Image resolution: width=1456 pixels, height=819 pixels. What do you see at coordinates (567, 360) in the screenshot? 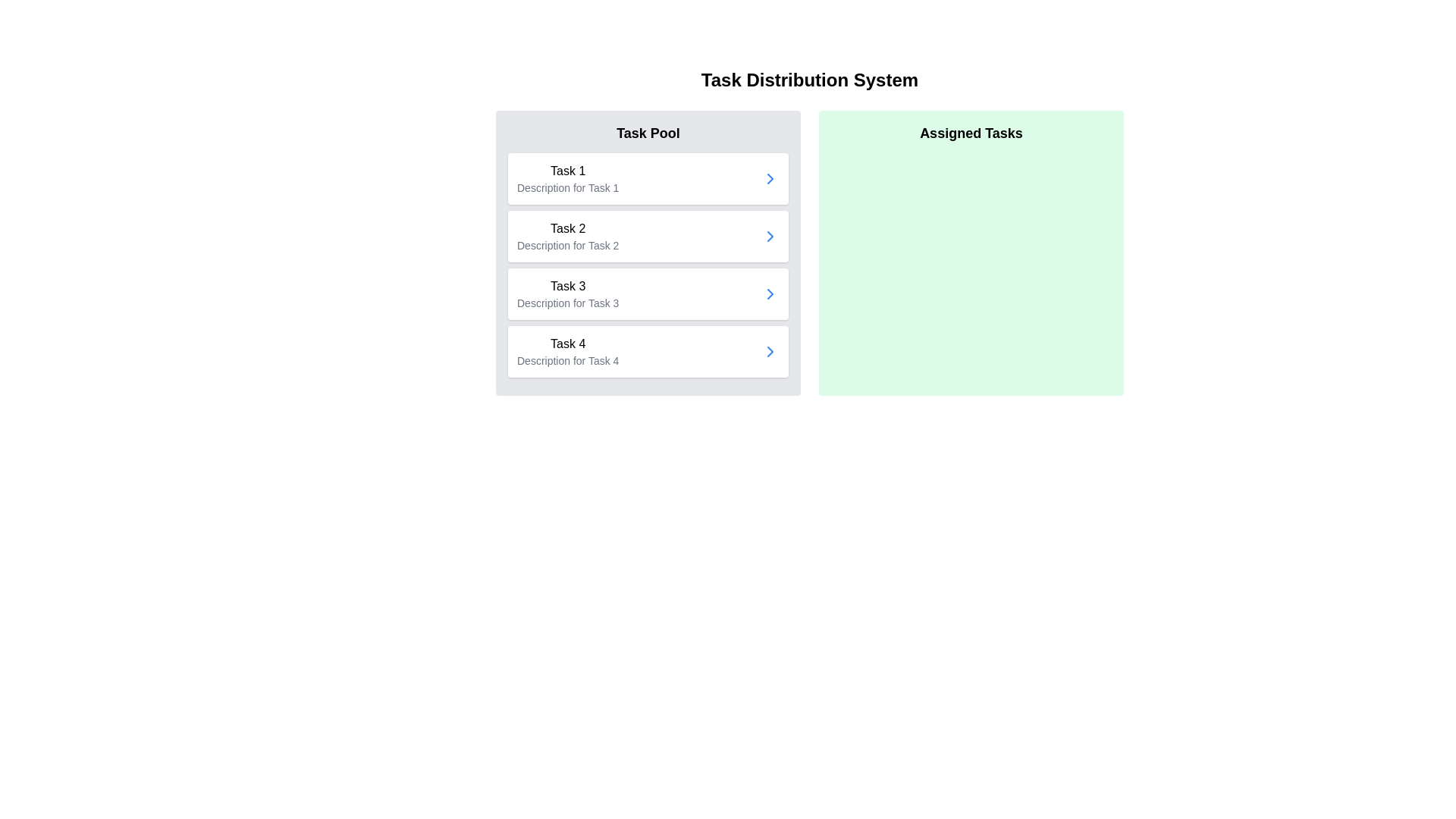
I see `the static text element displaying 'Description for Task 4', which is styled in a smaller gray font and located directly below the 'Task 4' heading` at bounding box center [567, 360].